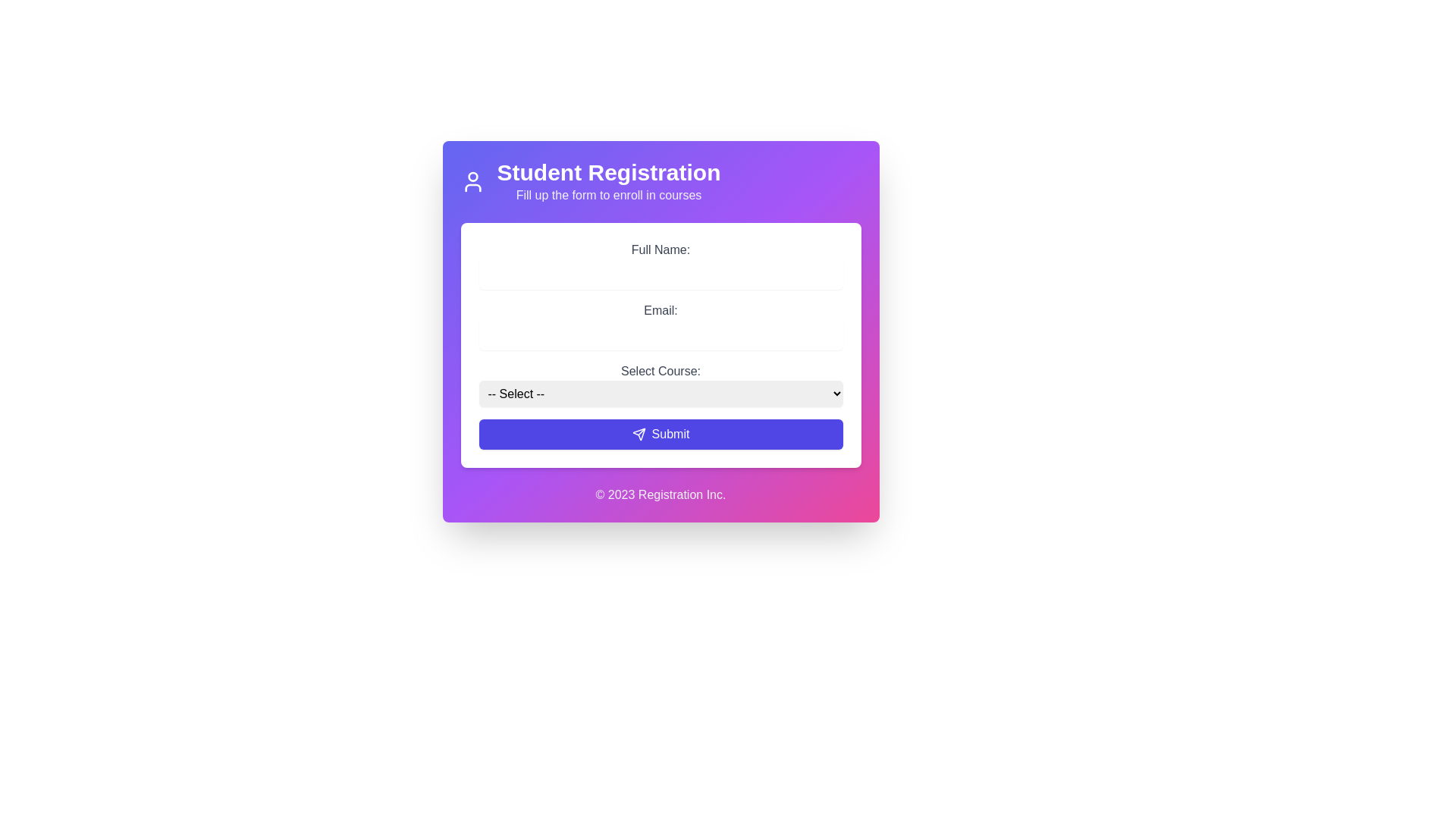 Image resolution: width=1456 pixels, height=819 pixels. What do you see at coordinates (608, 195) in the screenshot?
I see `the informational text located directly below the 'Student Registration' heading, which provides guidance to users about the purpose of the form` at bounding box center [608, 195].